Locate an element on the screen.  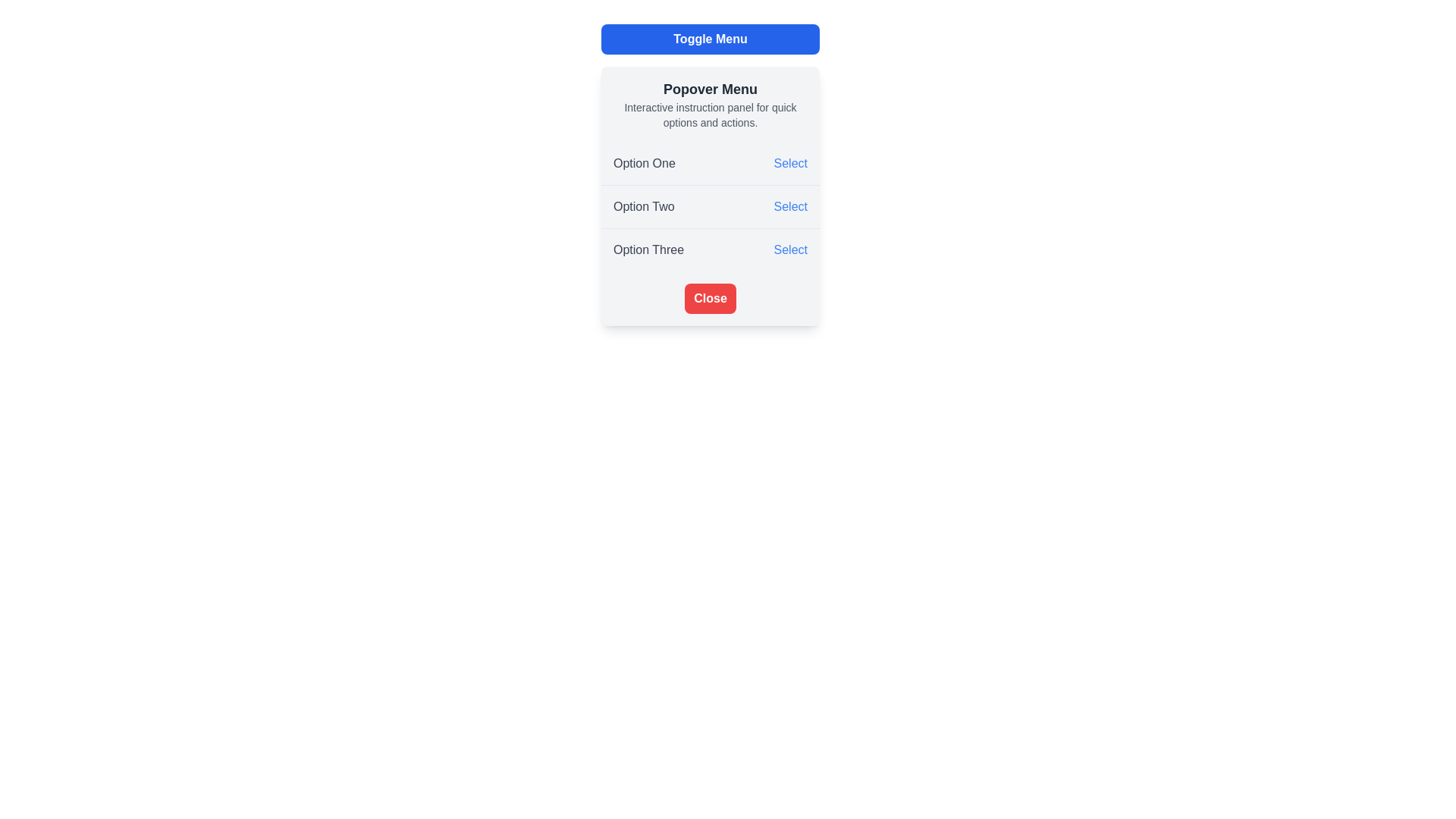
the interactive text or button labeled 'Option One' in the popover menu to change its style, indicating interactivity is located at coordinates (789, 164).